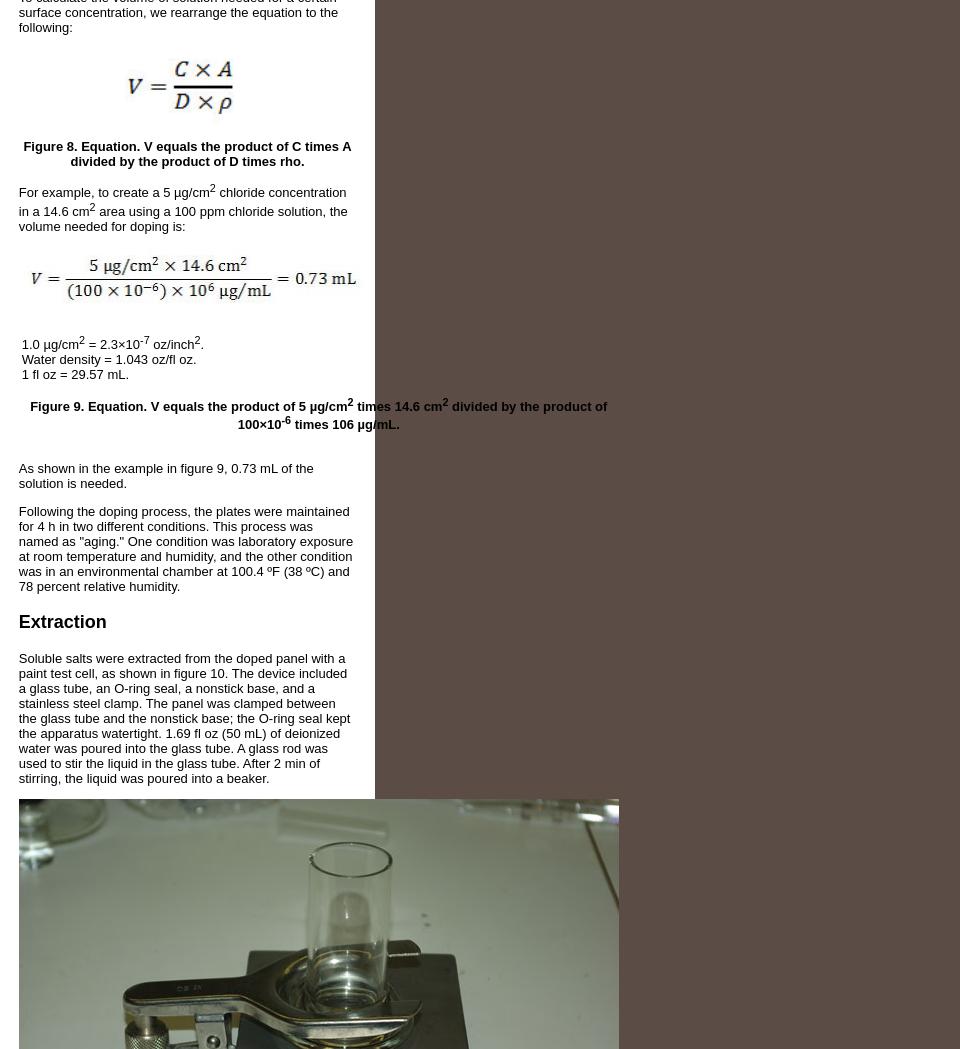 This screenshot has height=1049, width=960. What do you see at coordinates (112, 343) in the screenshot?
I see `'= 2.3×10'` at bounding box center [112, 343].